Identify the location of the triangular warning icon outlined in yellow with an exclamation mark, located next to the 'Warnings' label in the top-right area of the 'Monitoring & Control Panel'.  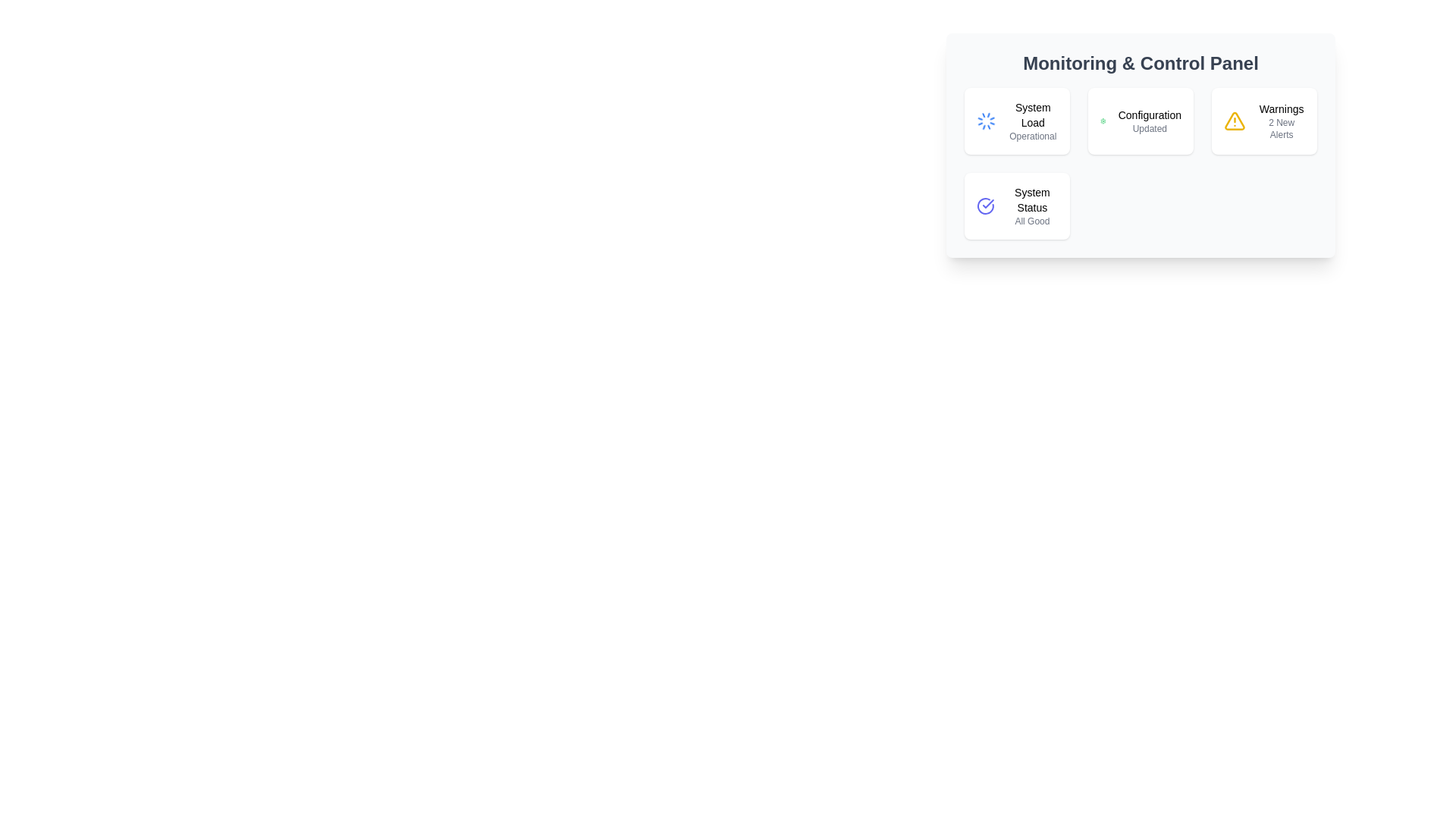
(1235, 120).